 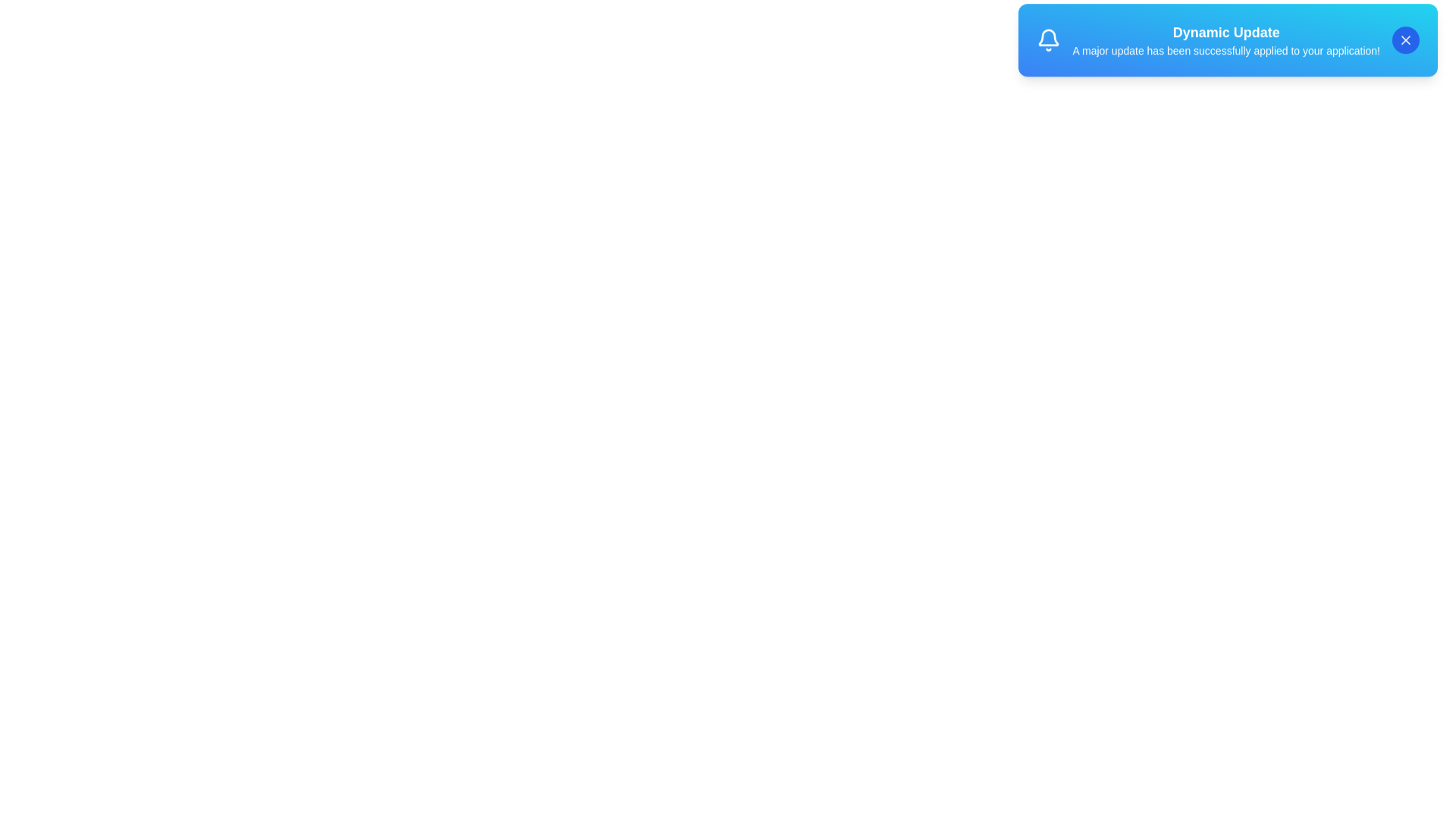 I want to click on the notification component for accessibility testing, so click(x=1227, y=45).